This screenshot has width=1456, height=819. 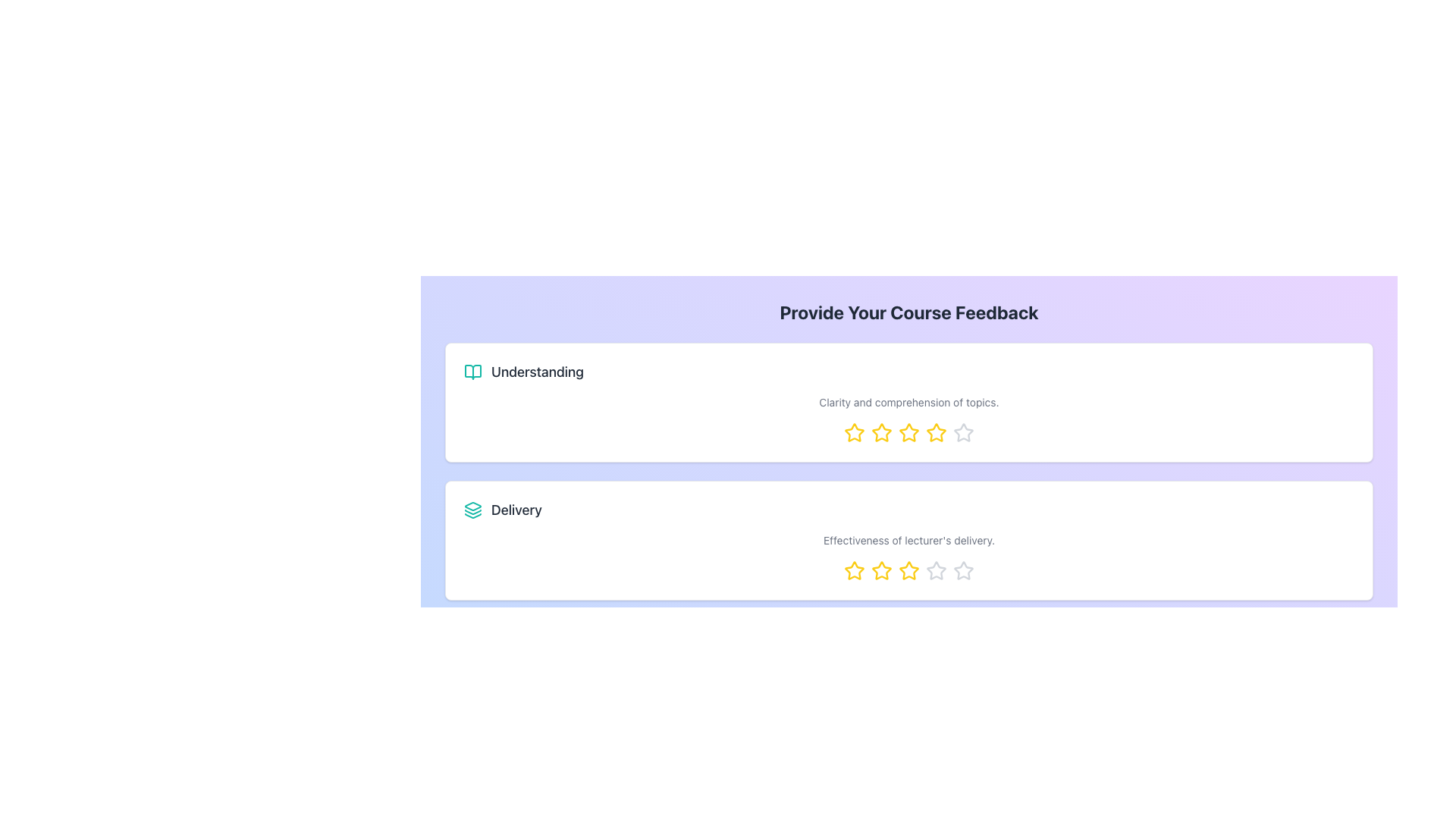 I want to click on the fifth Rating Star Icon in the Delivery feedback category, so click(x=935, y=570).